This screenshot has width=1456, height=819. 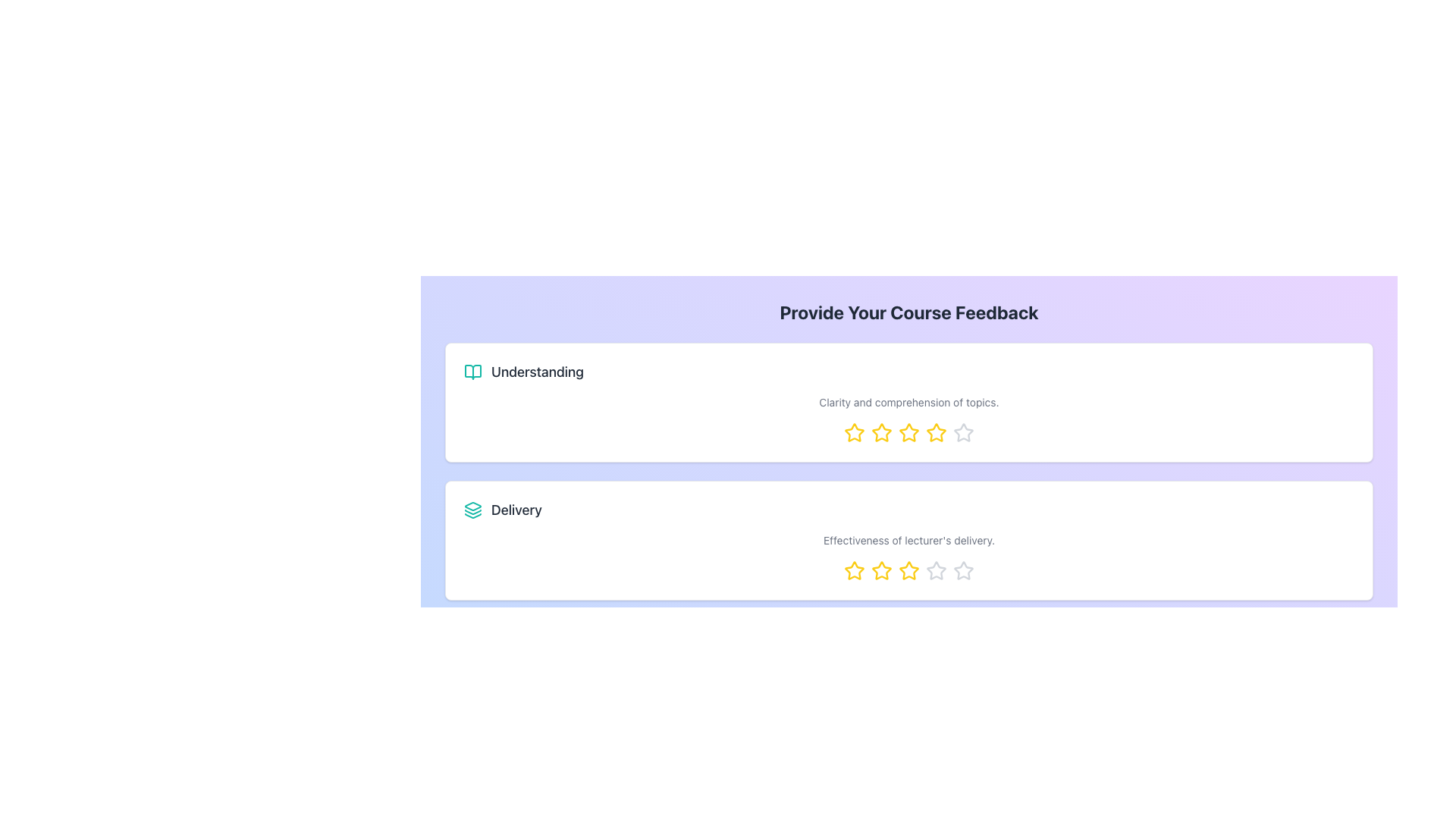 I want to click on the fifth Rating Star Icon in the Delivery feedback category, so click(x=935, y=570).